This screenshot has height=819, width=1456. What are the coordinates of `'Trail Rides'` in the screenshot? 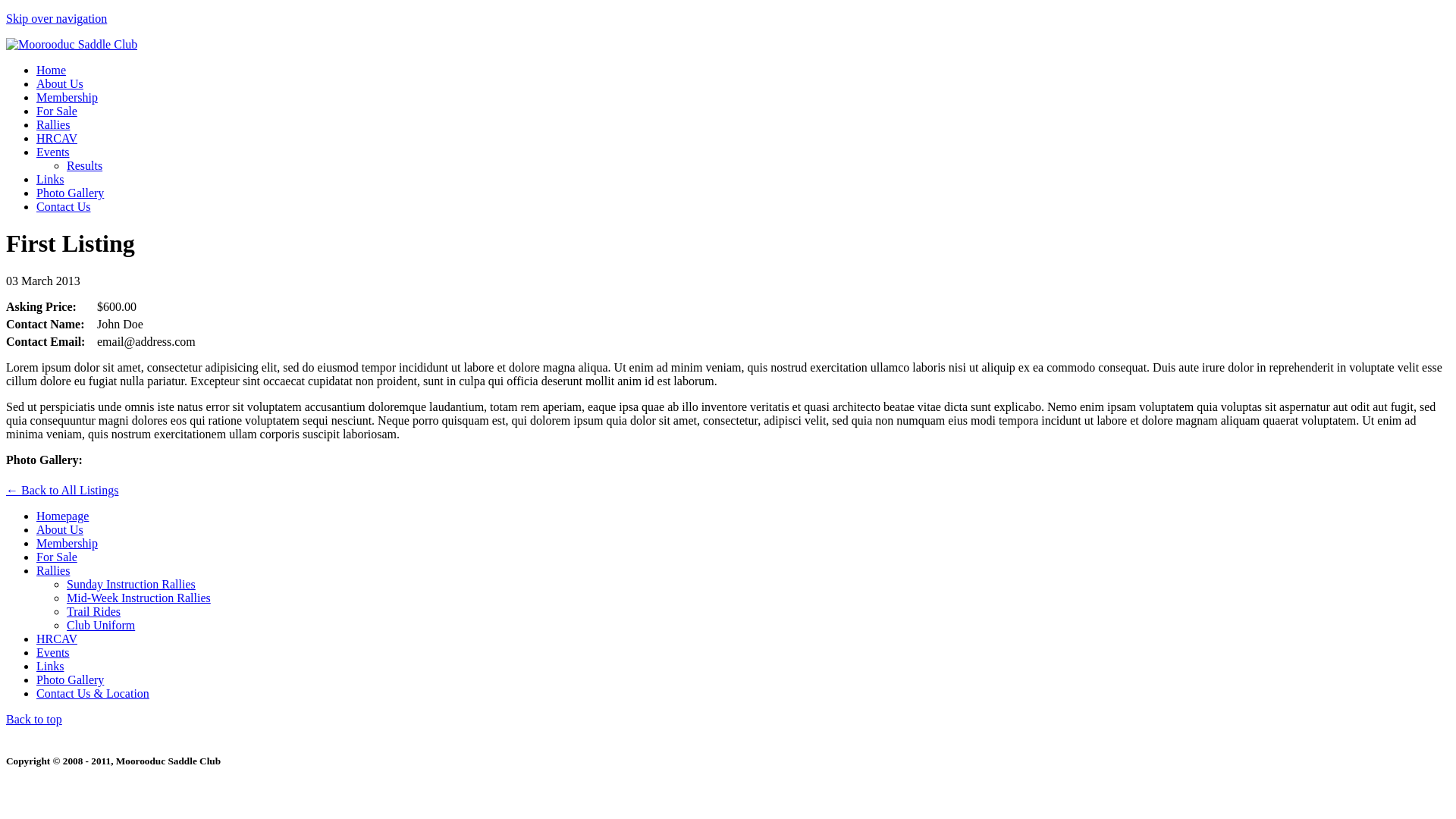 It's located at (65, 610).